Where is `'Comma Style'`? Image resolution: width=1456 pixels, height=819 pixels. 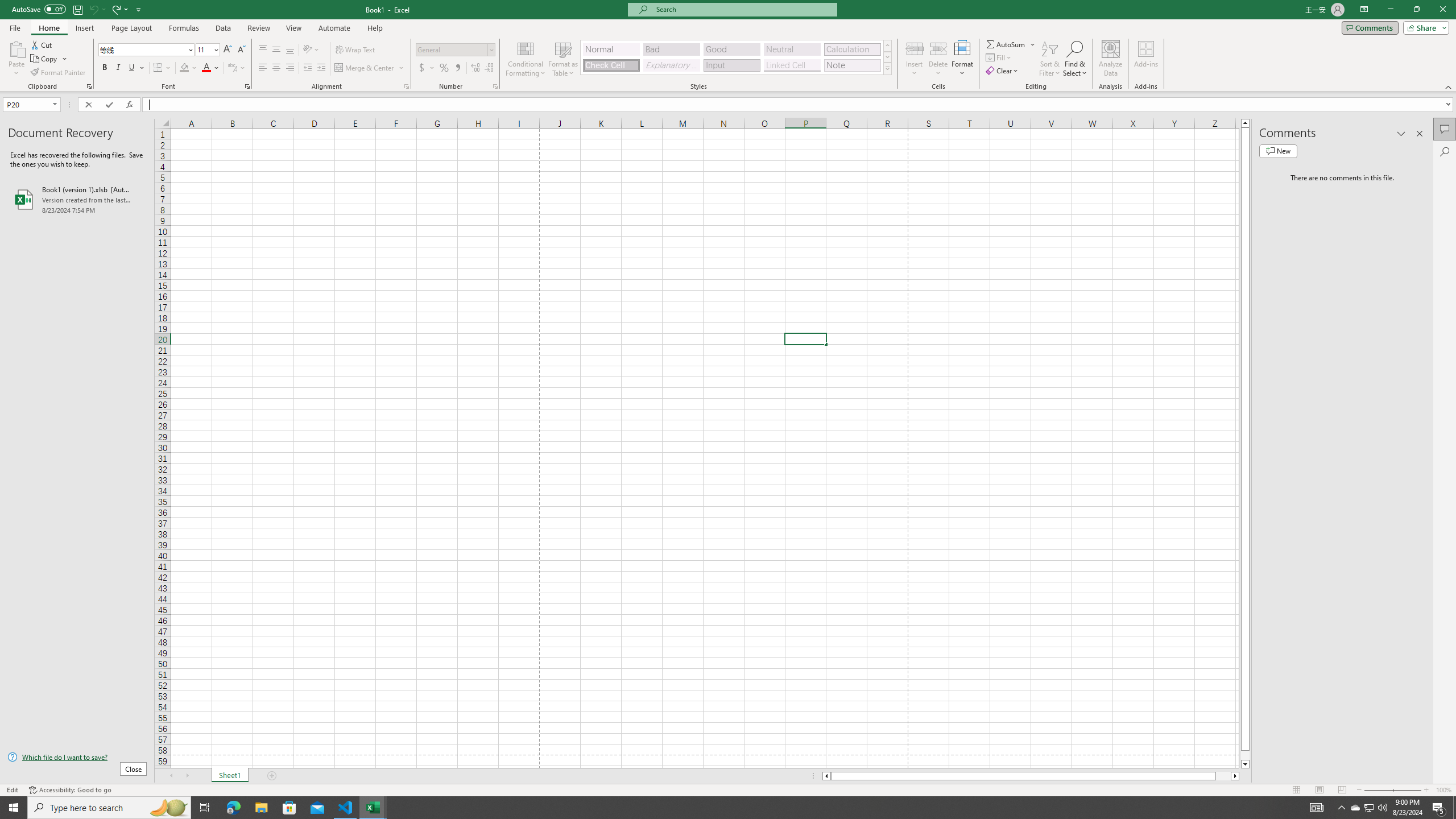 'Comma Style' is located at coordinates (457, 67).